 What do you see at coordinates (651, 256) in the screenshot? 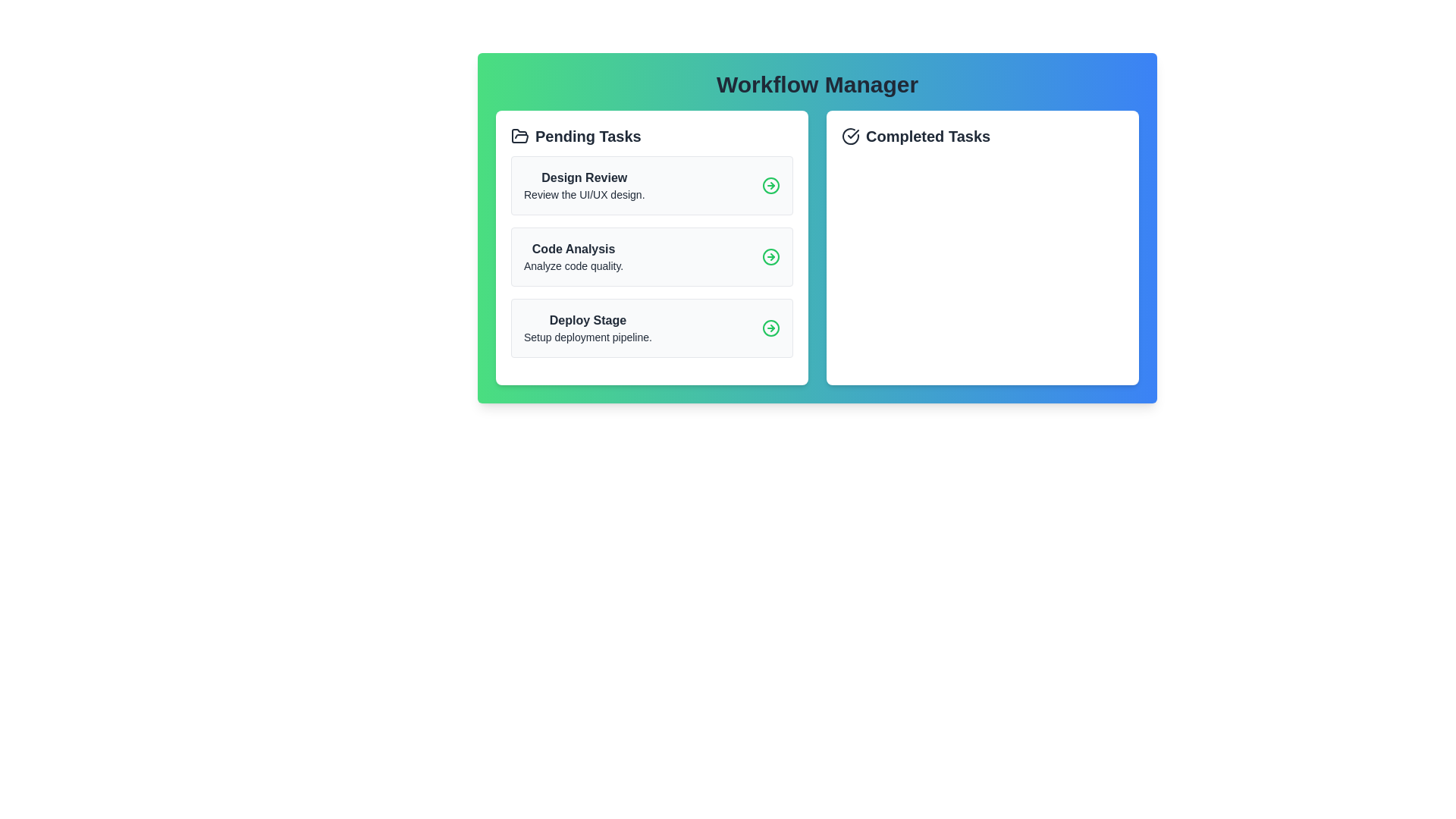
I see `the 'Code Analysis' task item located` at bounding box center [651, 256].